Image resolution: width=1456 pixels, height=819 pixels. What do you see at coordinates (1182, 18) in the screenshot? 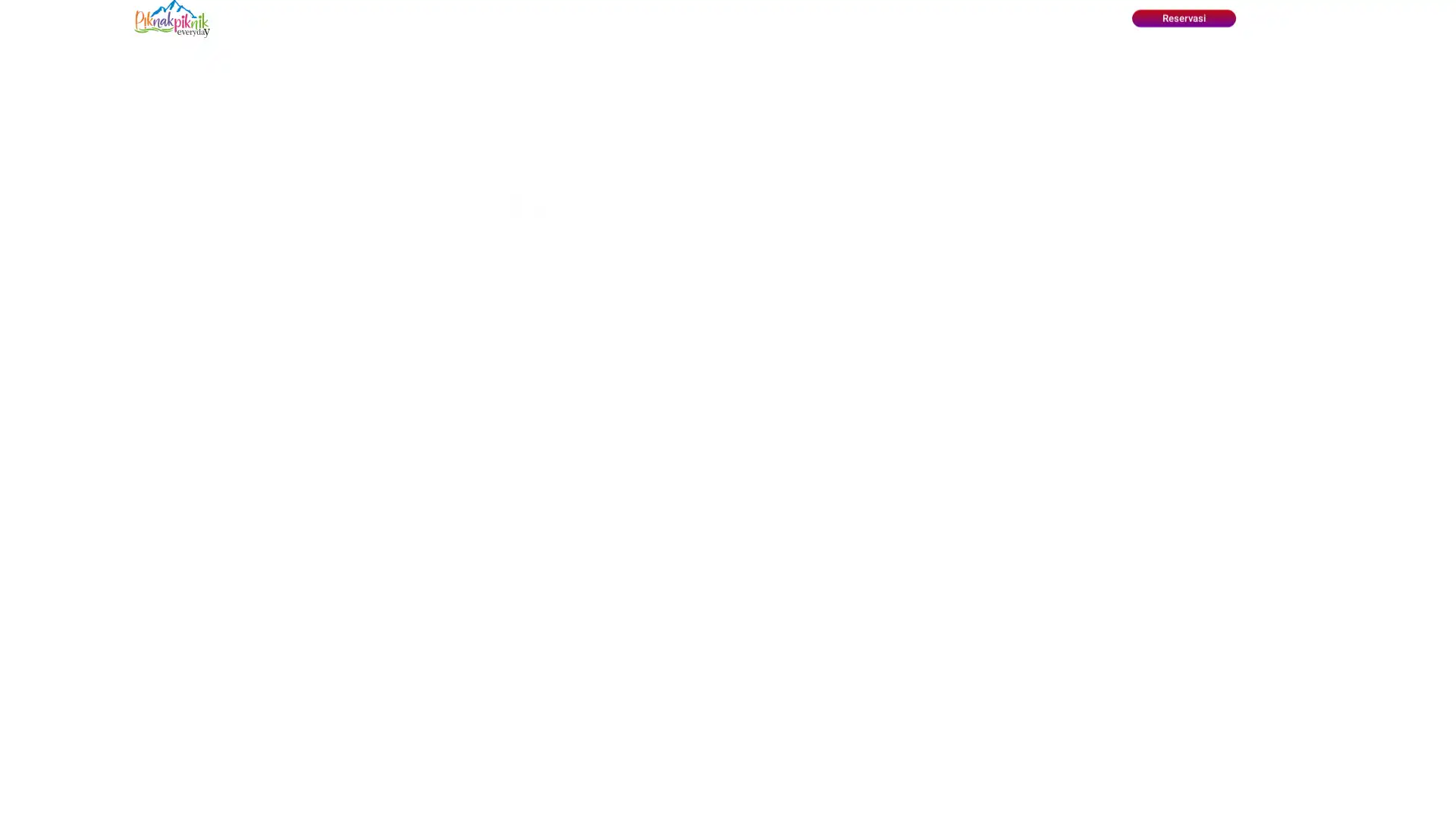
I see `Reservasi` at bounding box center [1182, 18].